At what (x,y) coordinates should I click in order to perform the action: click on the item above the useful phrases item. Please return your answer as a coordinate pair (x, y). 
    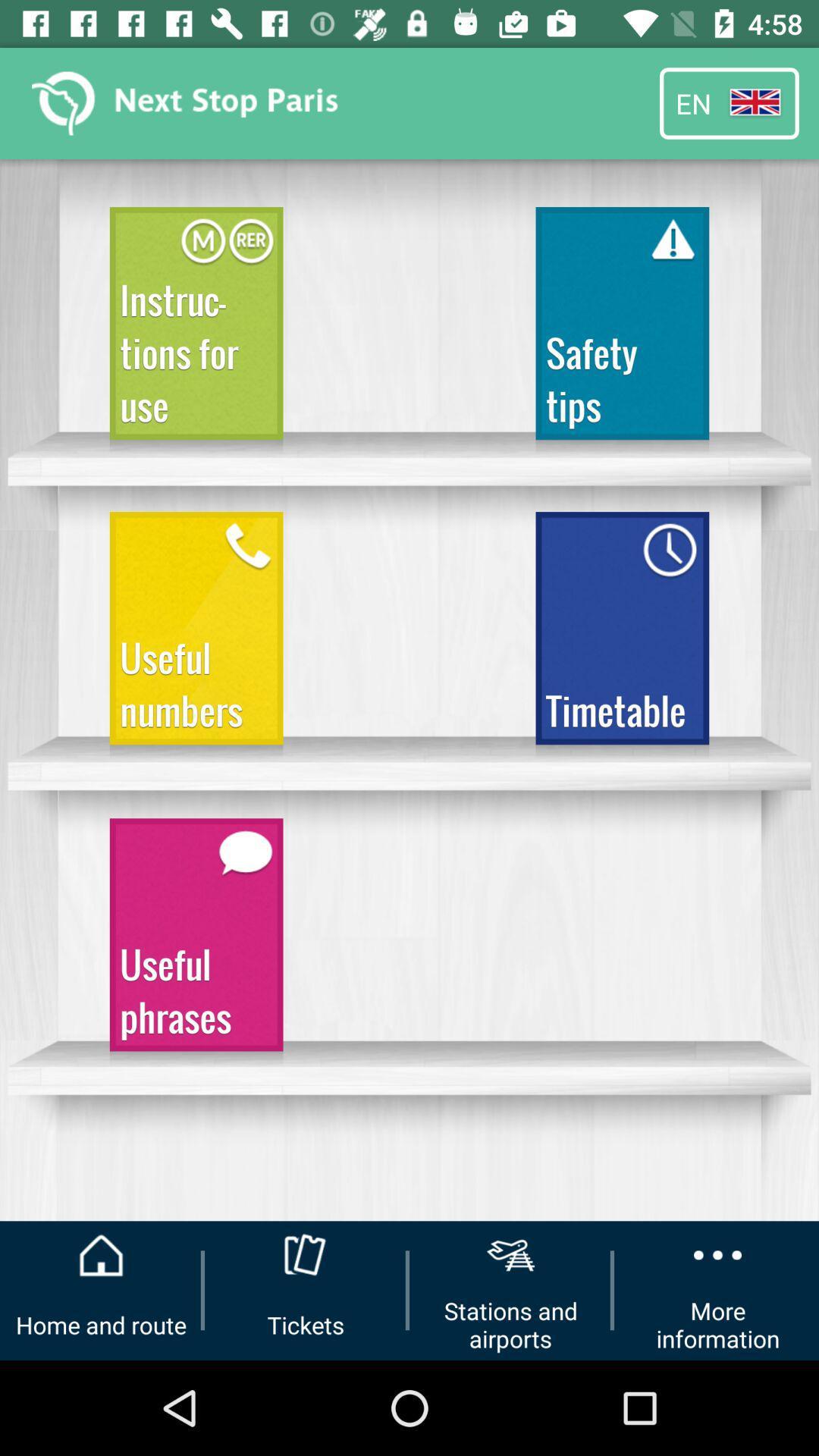
    Looking at the image, I should click on (196, 635).